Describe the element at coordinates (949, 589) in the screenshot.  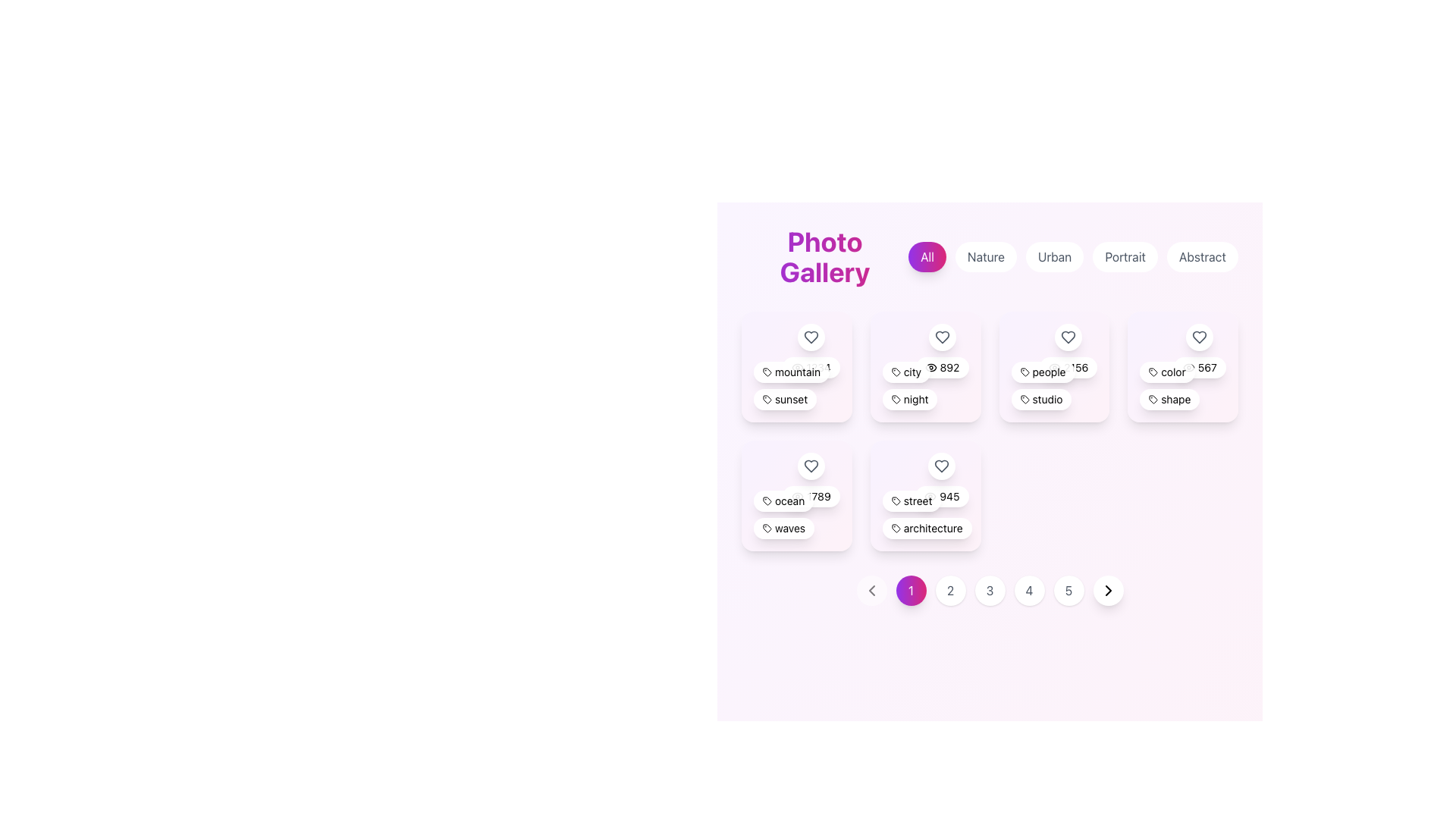
I see `the circular button with a white background and the number '2' centered in gray text` at that location.